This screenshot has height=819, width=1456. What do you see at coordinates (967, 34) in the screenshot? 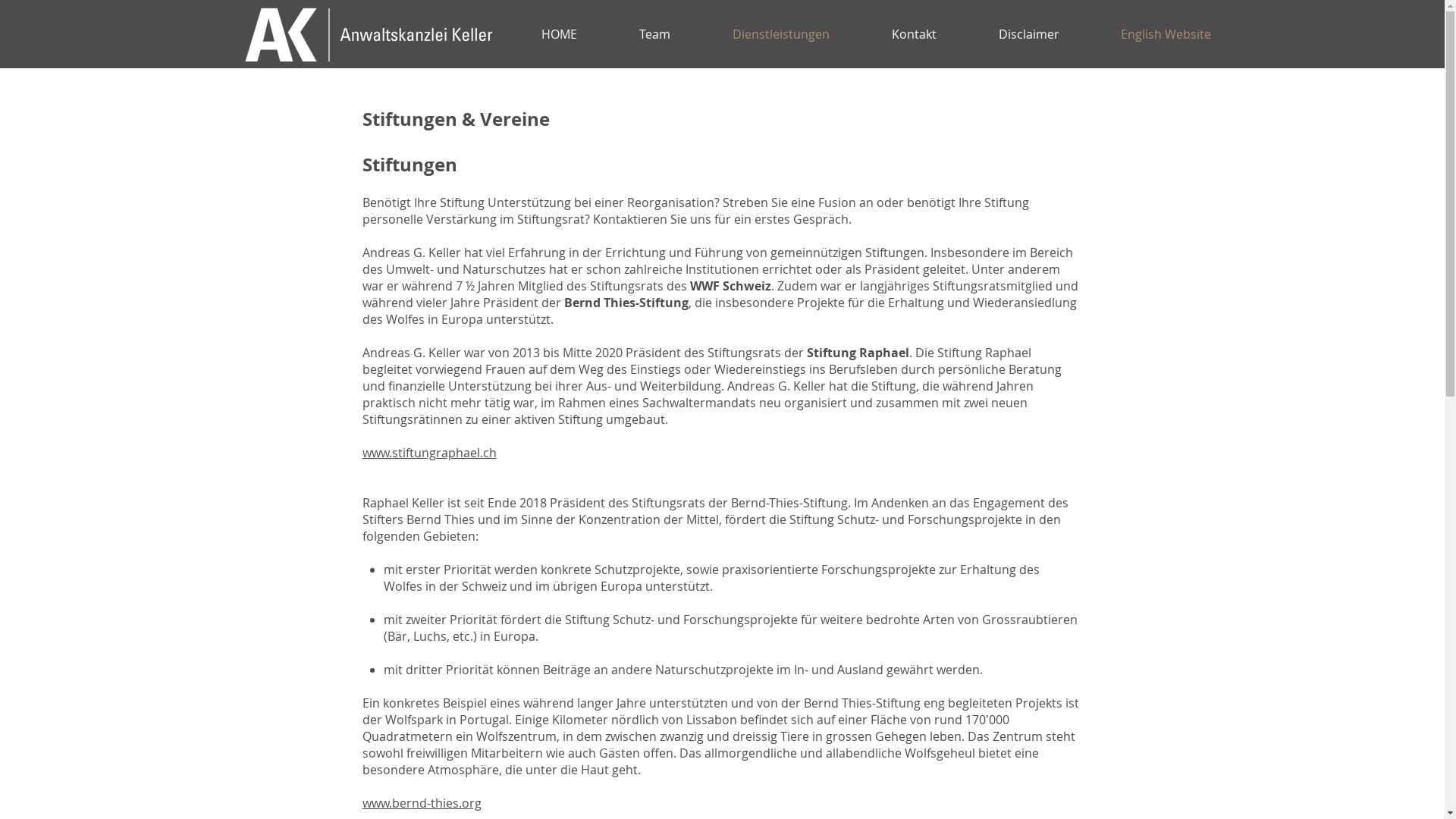
I see `'Disclaimer'` at bounding box center [967, 34].